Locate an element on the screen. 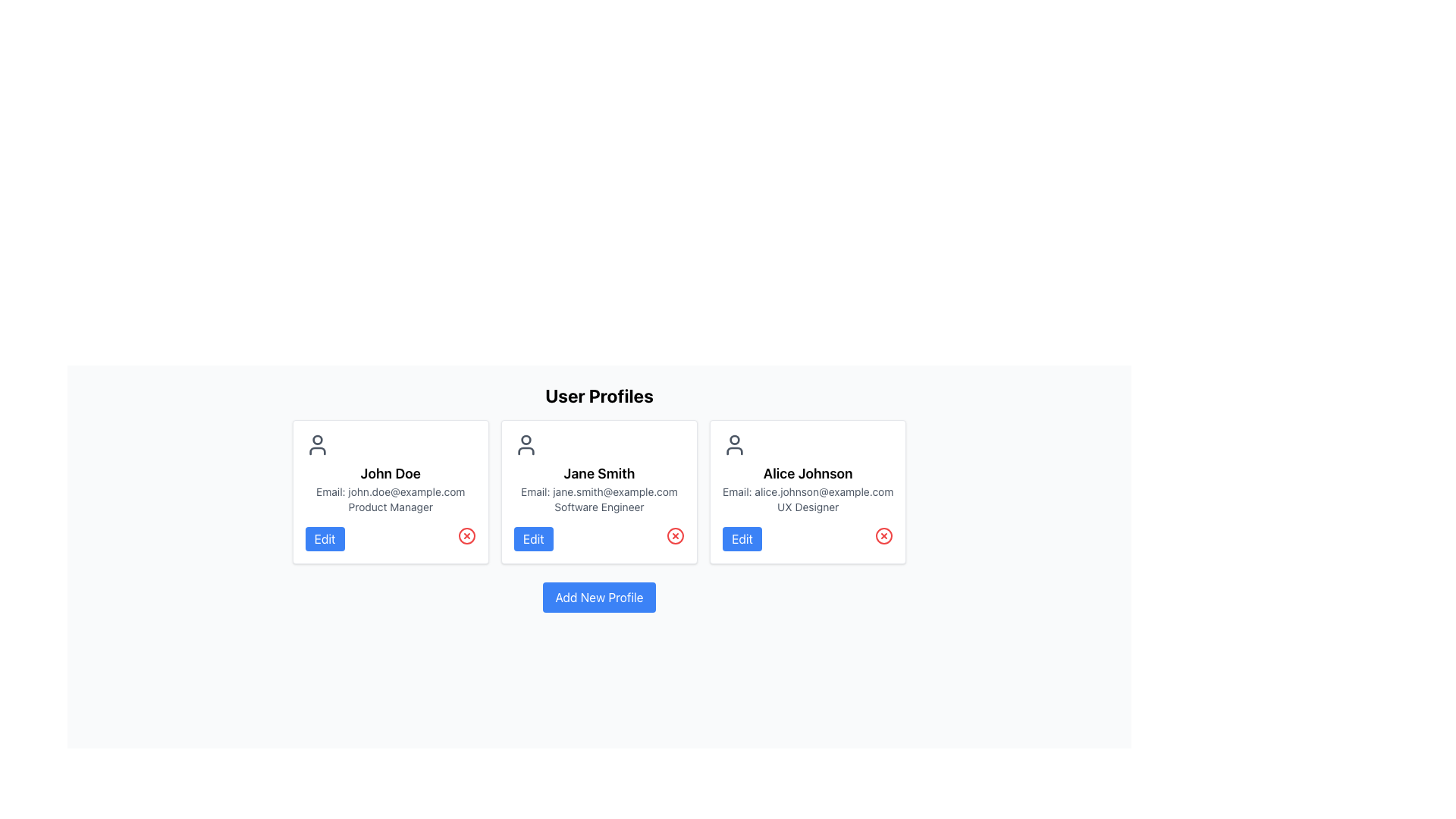  the static visual indicator representing Jane Smith's head in the user profile icon located at the top center of the middle user profile card is located at coordinates (526, 440).